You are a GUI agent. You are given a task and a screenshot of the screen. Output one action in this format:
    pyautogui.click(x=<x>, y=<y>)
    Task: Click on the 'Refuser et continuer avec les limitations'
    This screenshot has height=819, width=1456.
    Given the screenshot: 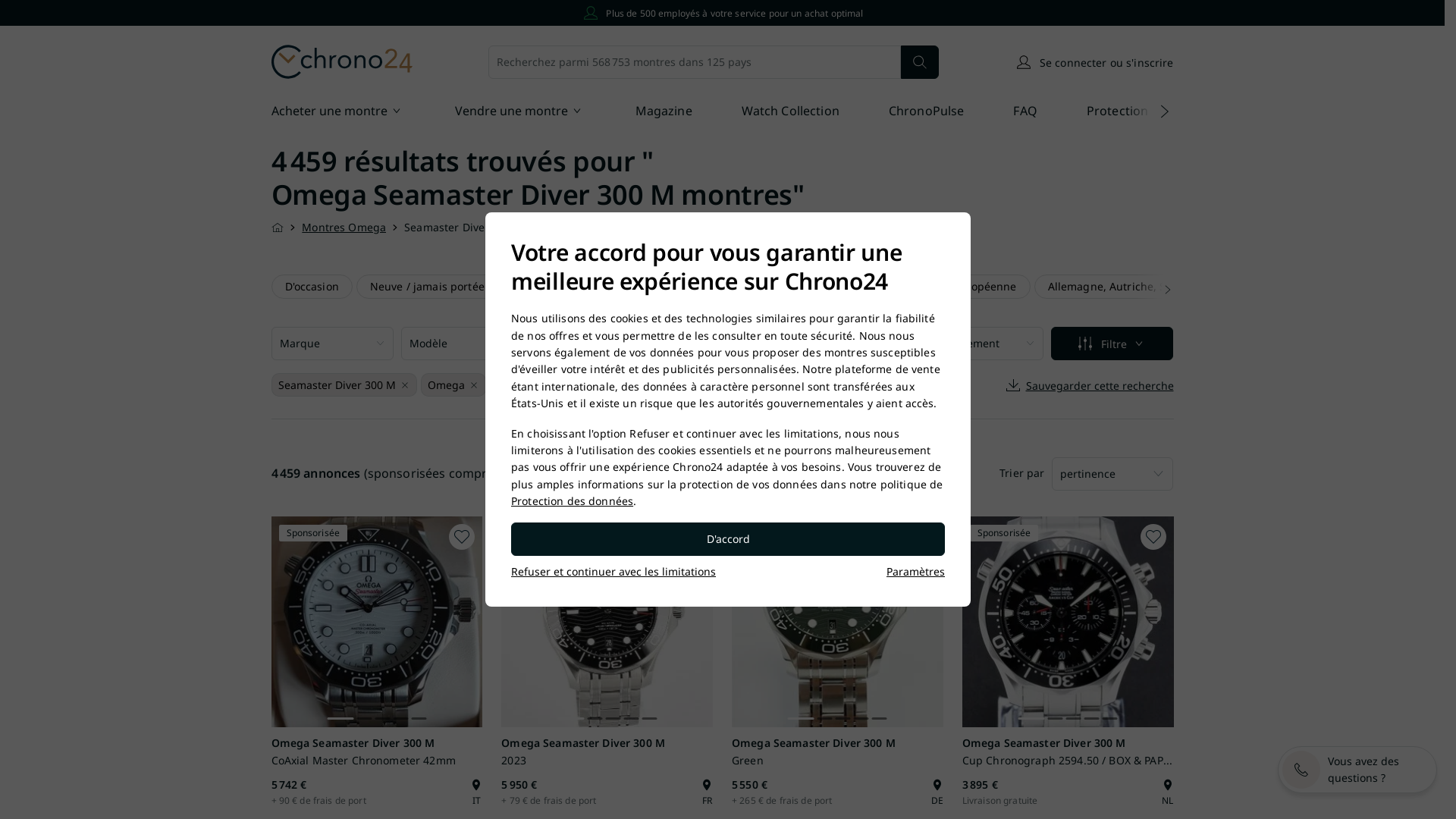 What is the action you would take?
    pyautogui.click(x=613, y=571)
    